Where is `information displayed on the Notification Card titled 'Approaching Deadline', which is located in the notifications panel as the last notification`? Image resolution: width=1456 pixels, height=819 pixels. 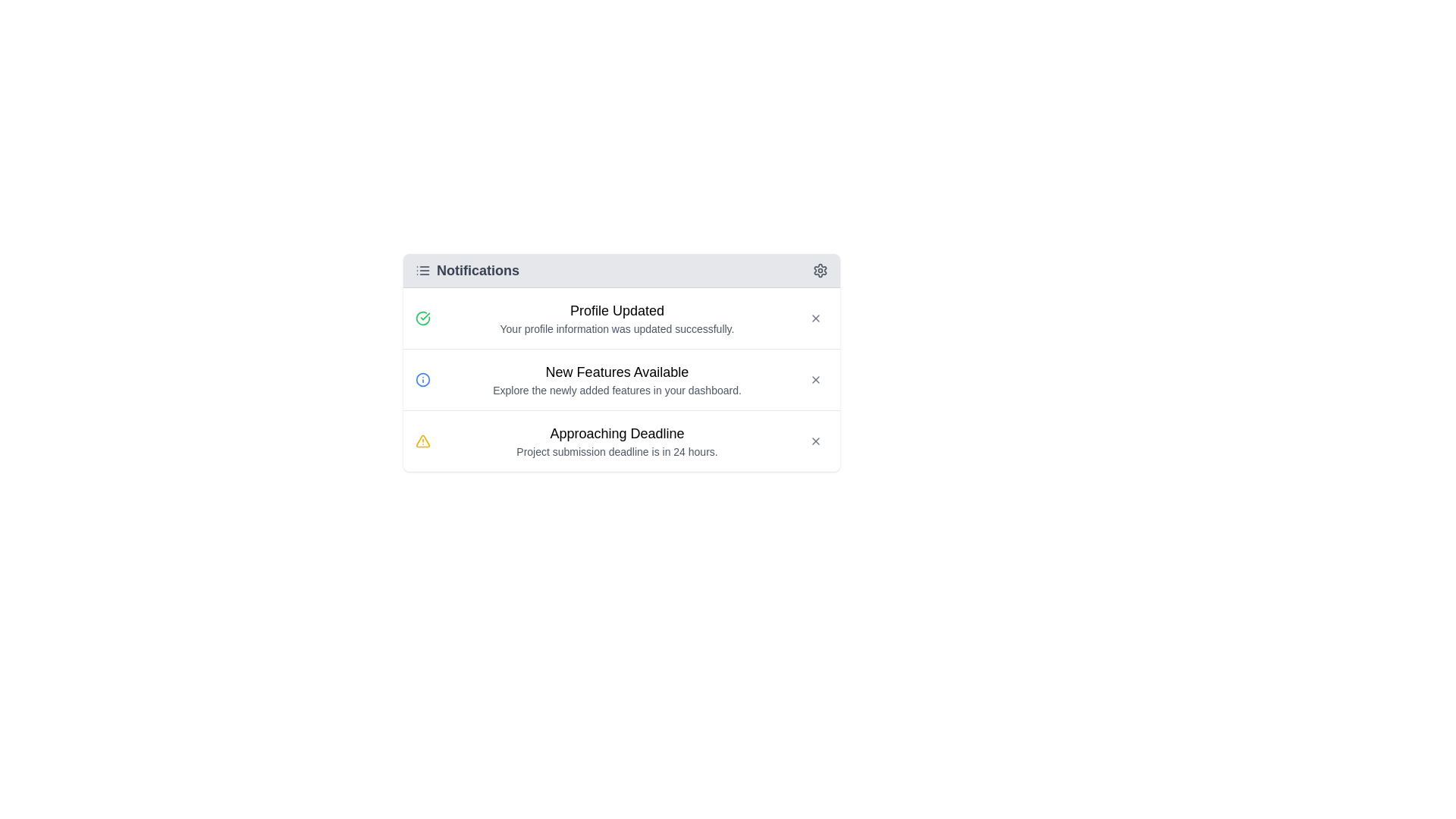 information displayed on the Notification Card titled 'Approaching Deadline', which is located in the notifications panel as the last notification is located at coordinates (622, 441).